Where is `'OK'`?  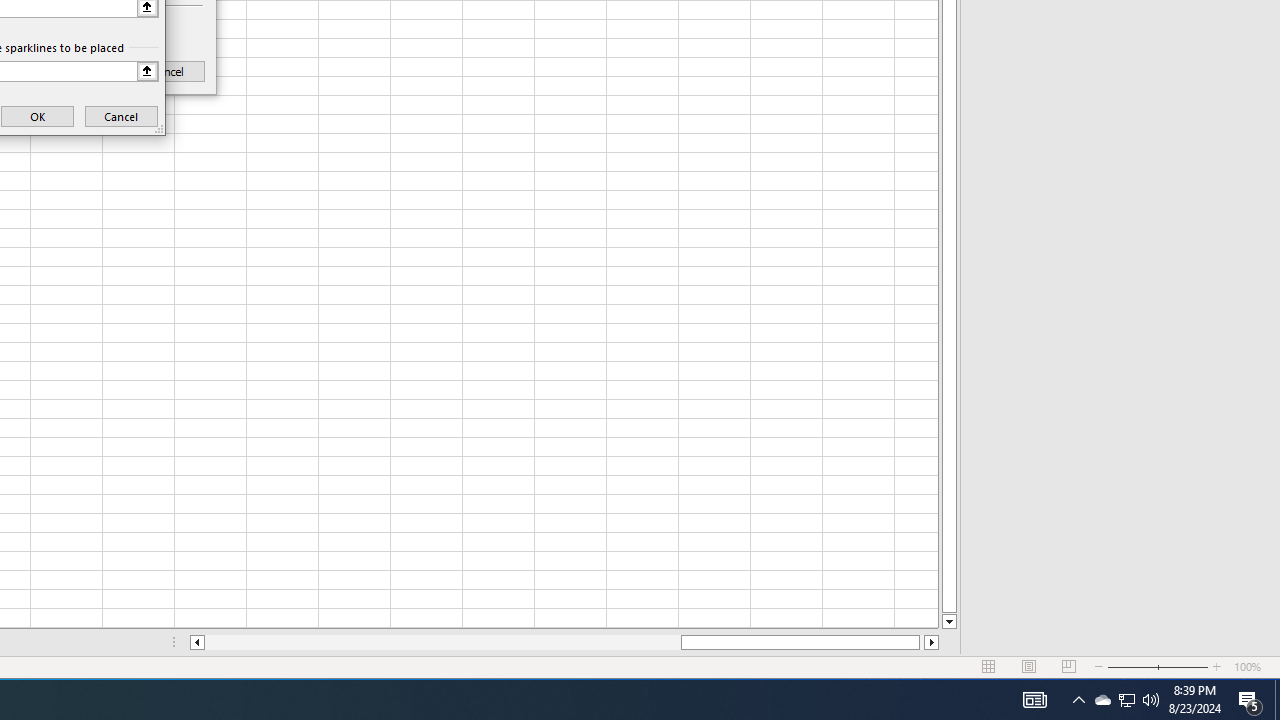
'OK' is located at coordinates (37, 116).